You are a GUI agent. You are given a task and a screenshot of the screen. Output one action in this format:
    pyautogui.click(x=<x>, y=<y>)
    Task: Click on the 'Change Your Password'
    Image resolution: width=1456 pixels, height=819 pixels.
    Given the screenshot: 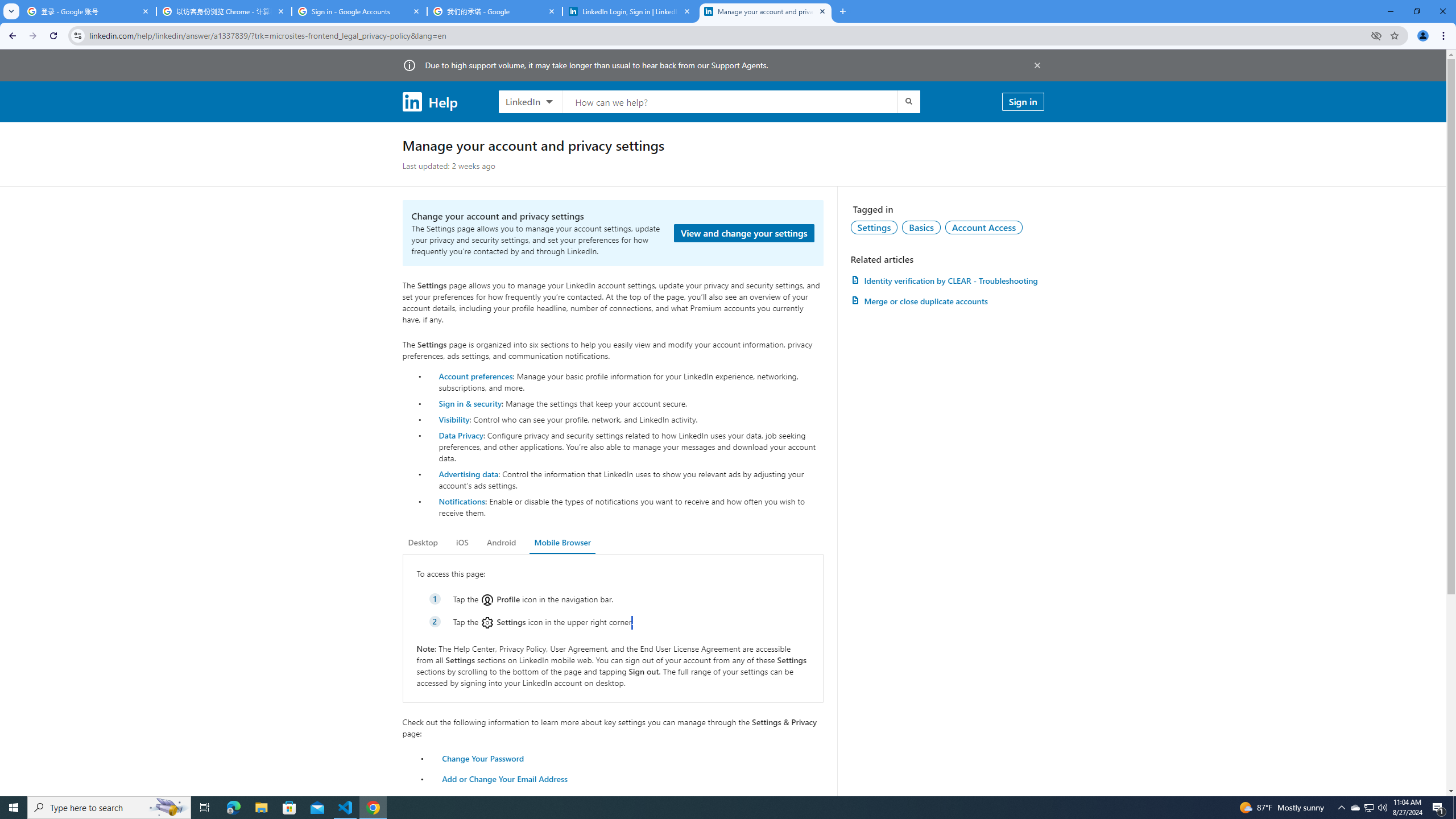 What is the action you would take?
    pyautogui.click(x=482, y=758)
    